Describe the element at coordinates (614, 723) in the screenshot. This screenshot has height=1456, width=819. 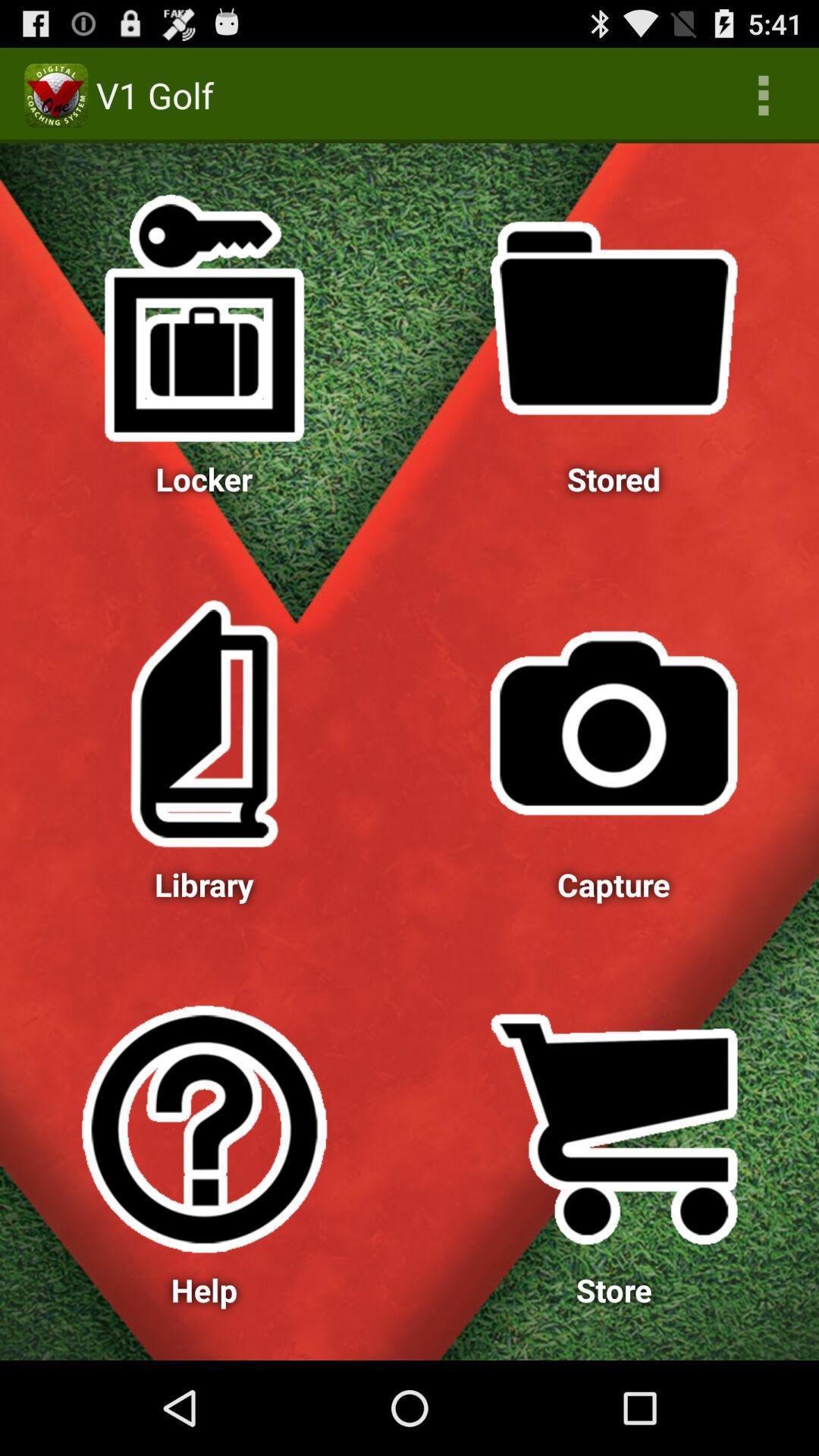
I see `the capture icon` at that location.